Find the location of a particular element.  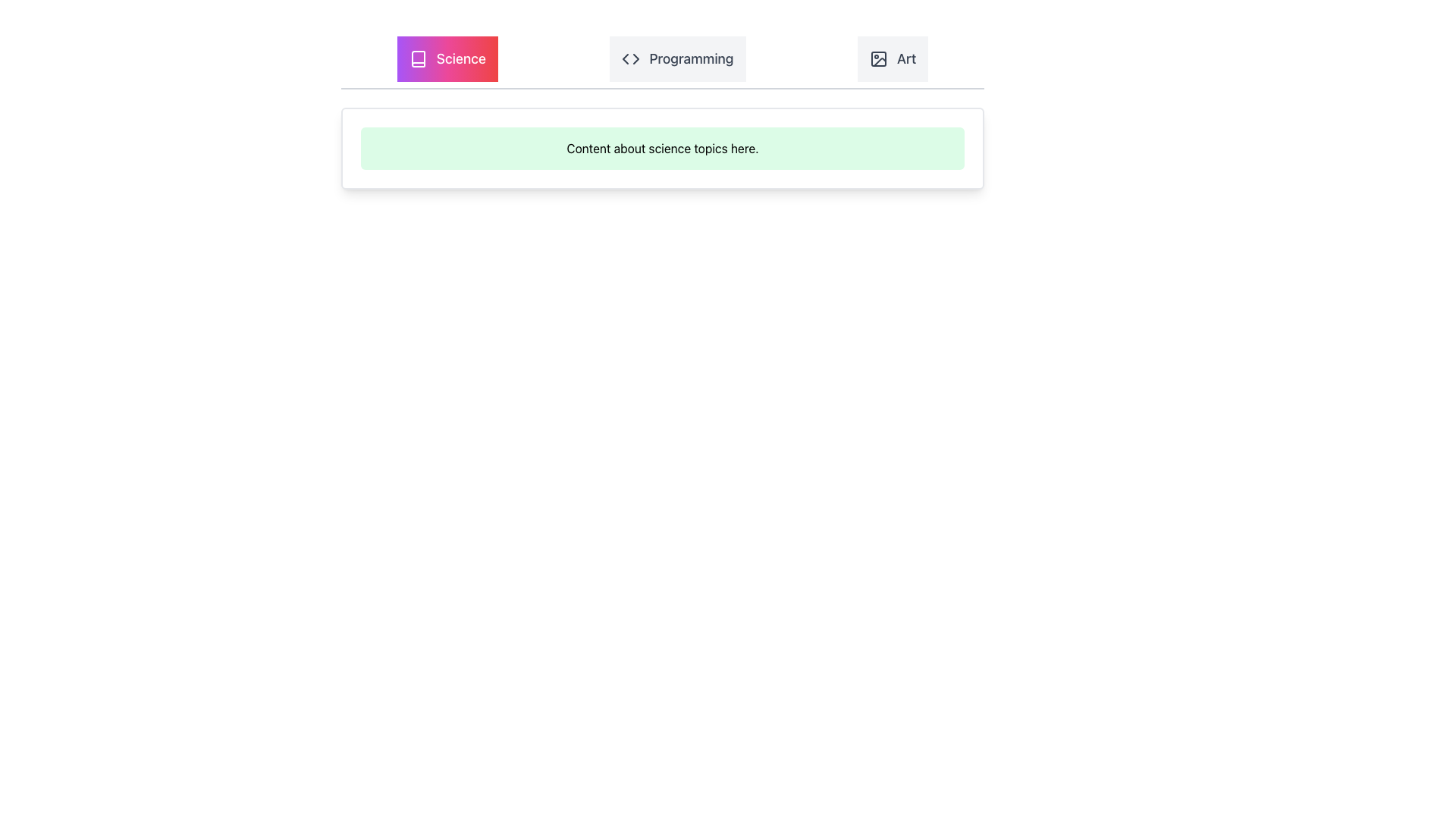

the 'Science' tab button located at the top of the interface is located at coordinates (447, 58).